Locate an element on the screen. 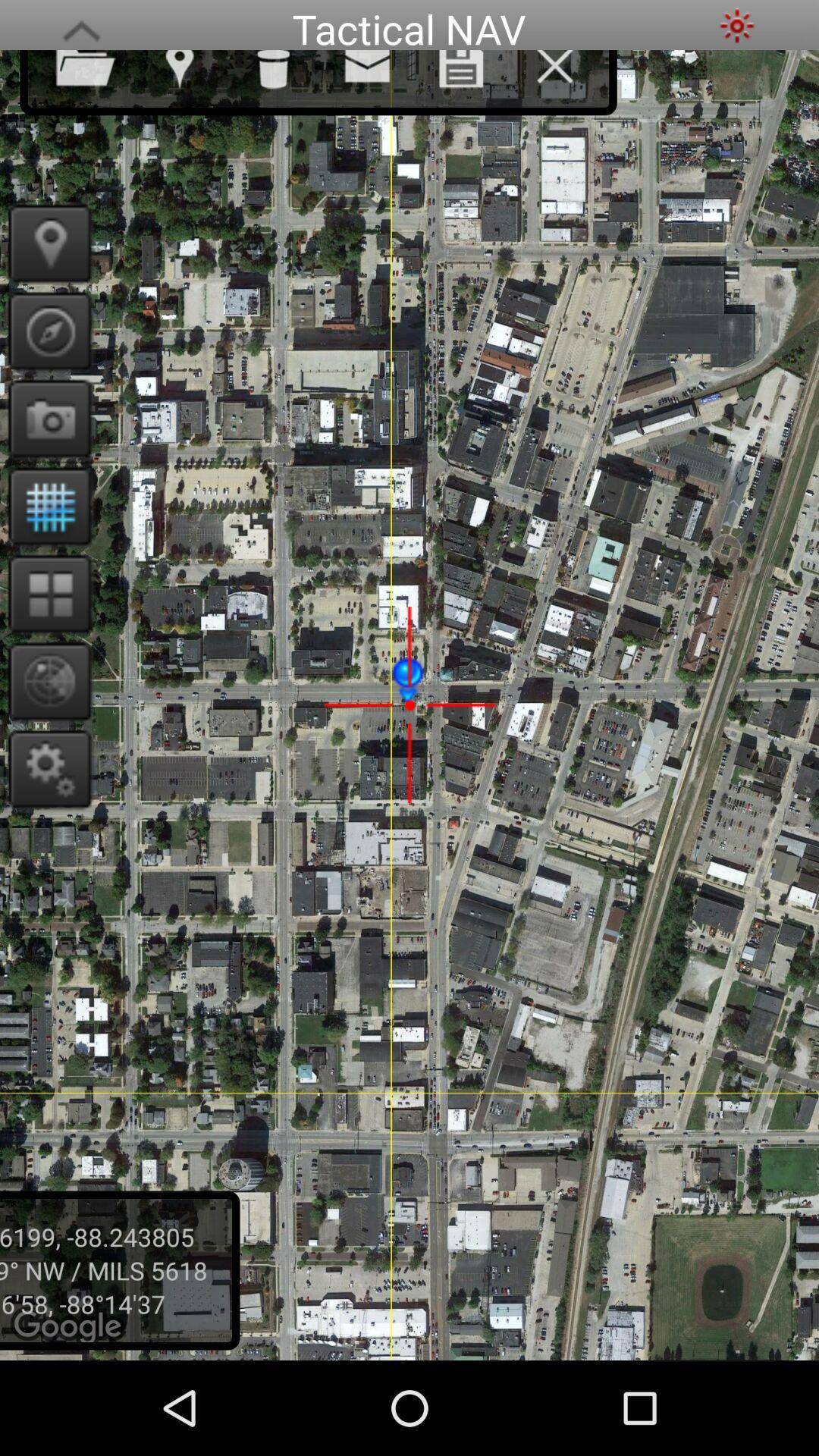 This screenshot has width=819, height=1456. the explore icon is located at coordinates (44, 353).